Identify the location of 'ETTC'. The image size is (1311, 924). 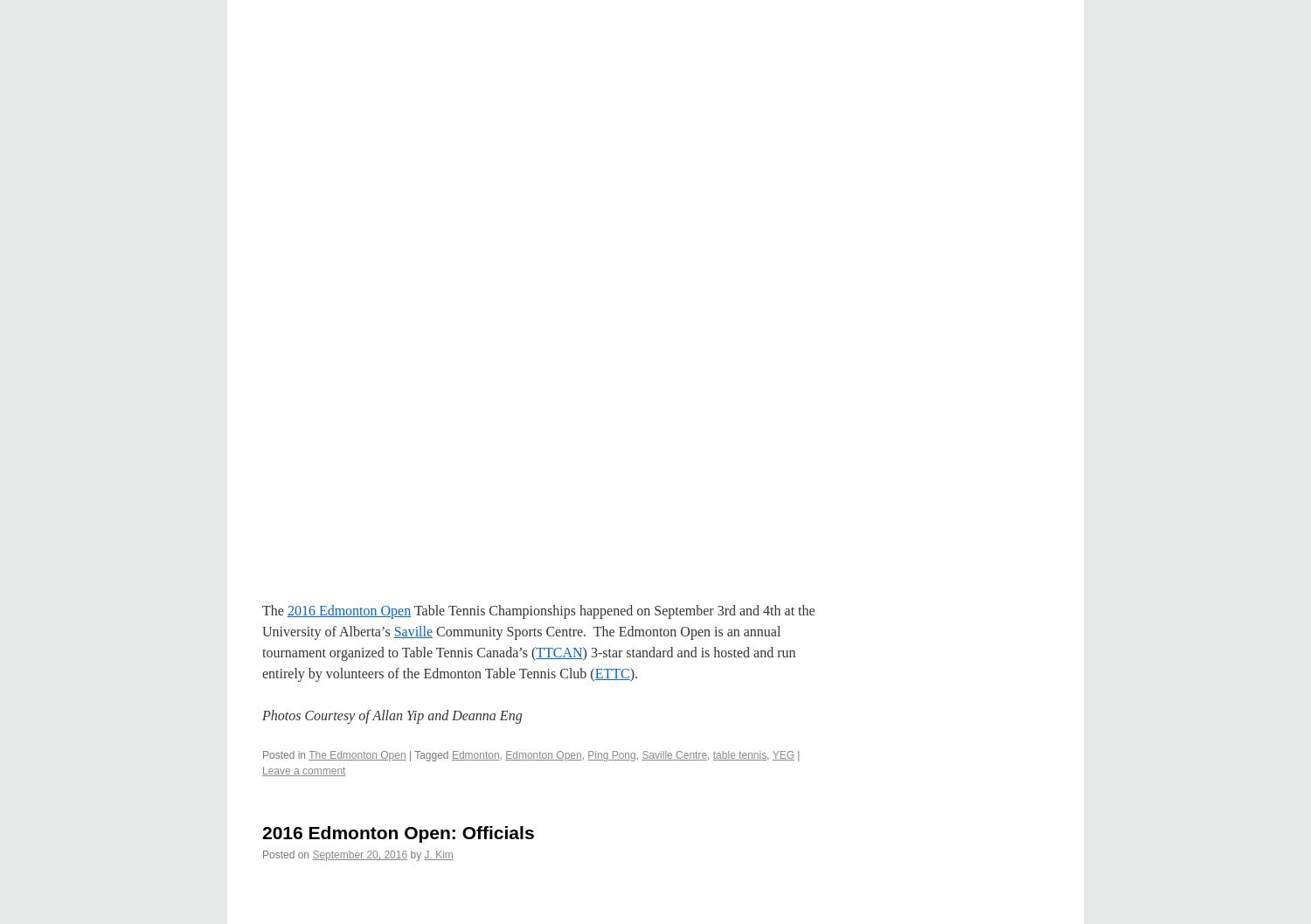
(593, 673).